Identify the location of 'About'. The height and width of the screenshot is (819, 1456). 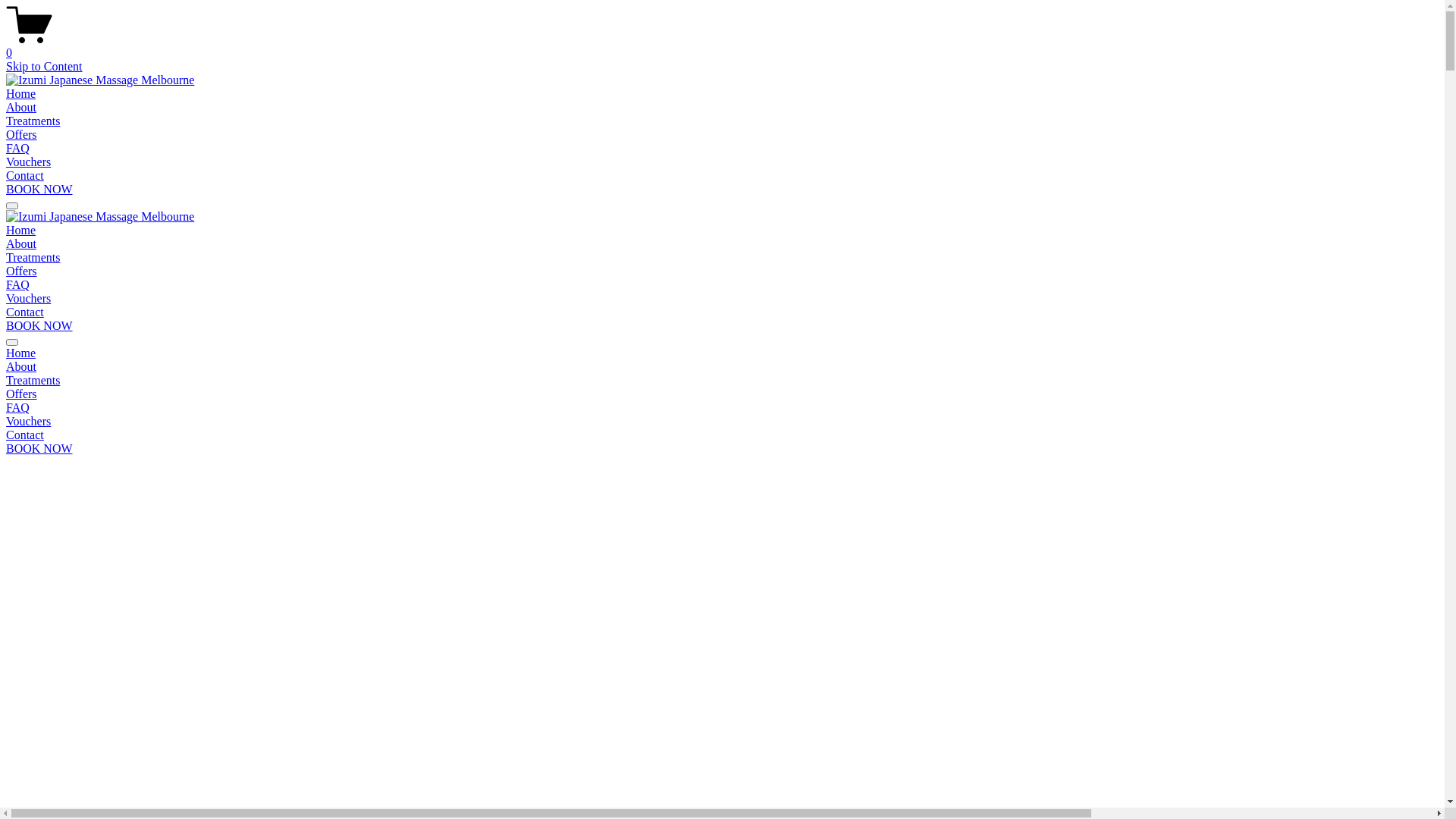
(21, 243).